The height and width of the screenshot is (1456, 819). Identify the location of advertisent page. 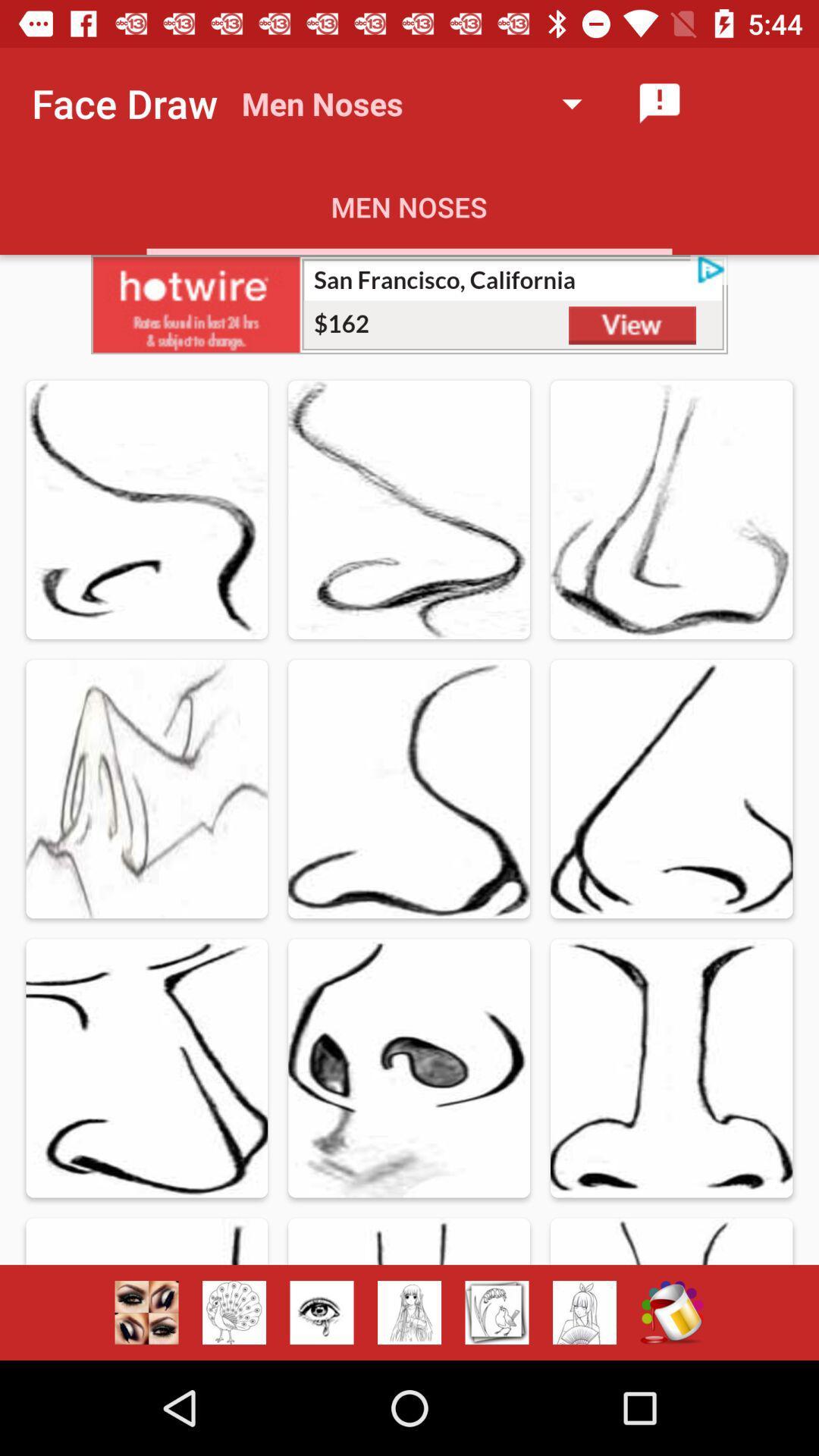
(497, 1312).